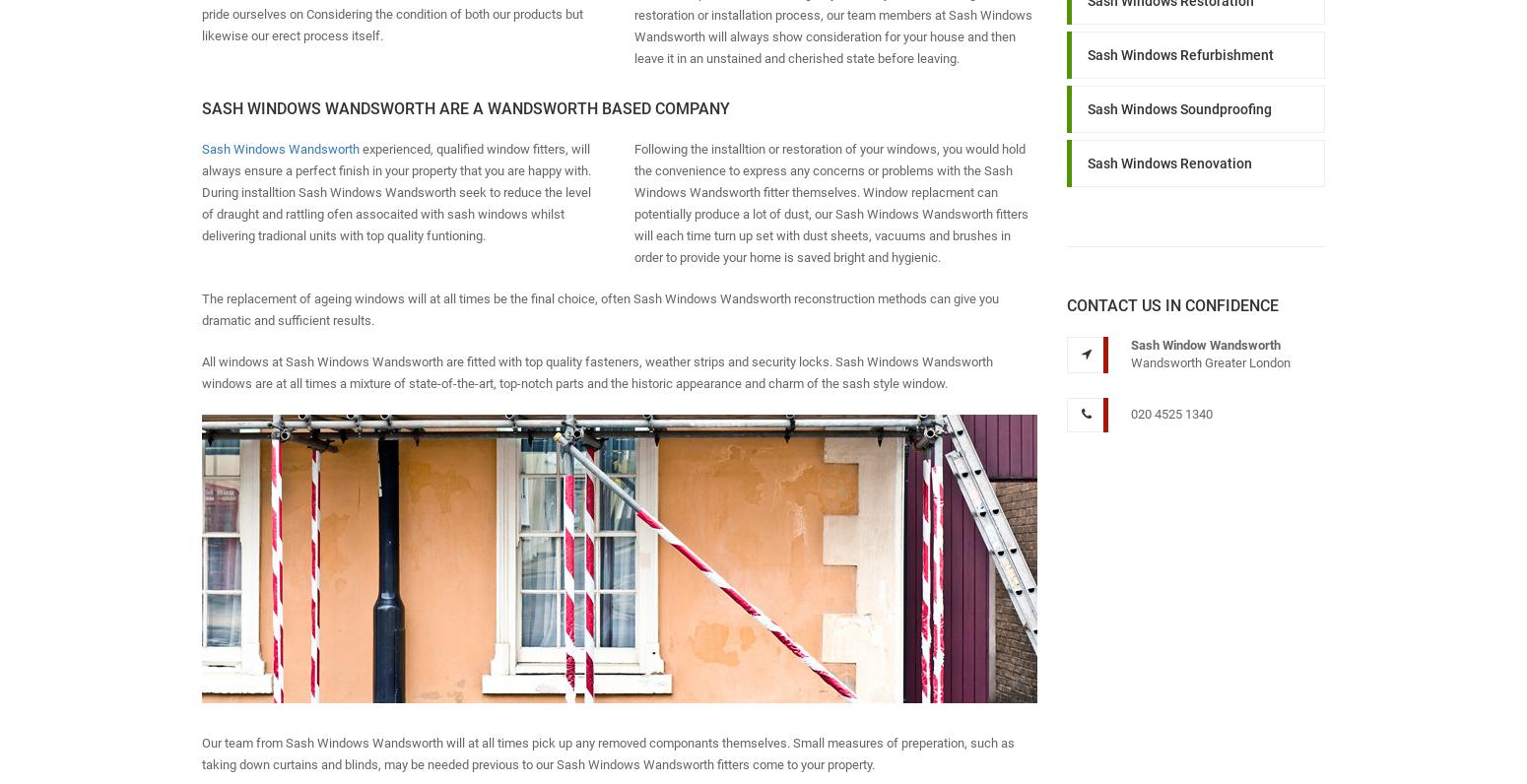 The width and height of the screenshot is (1527, 784). What do you see at coordinates (1170, 413) in the screenshot?
I see `'020 4525 1340'` at bounding box center [1170, 413].